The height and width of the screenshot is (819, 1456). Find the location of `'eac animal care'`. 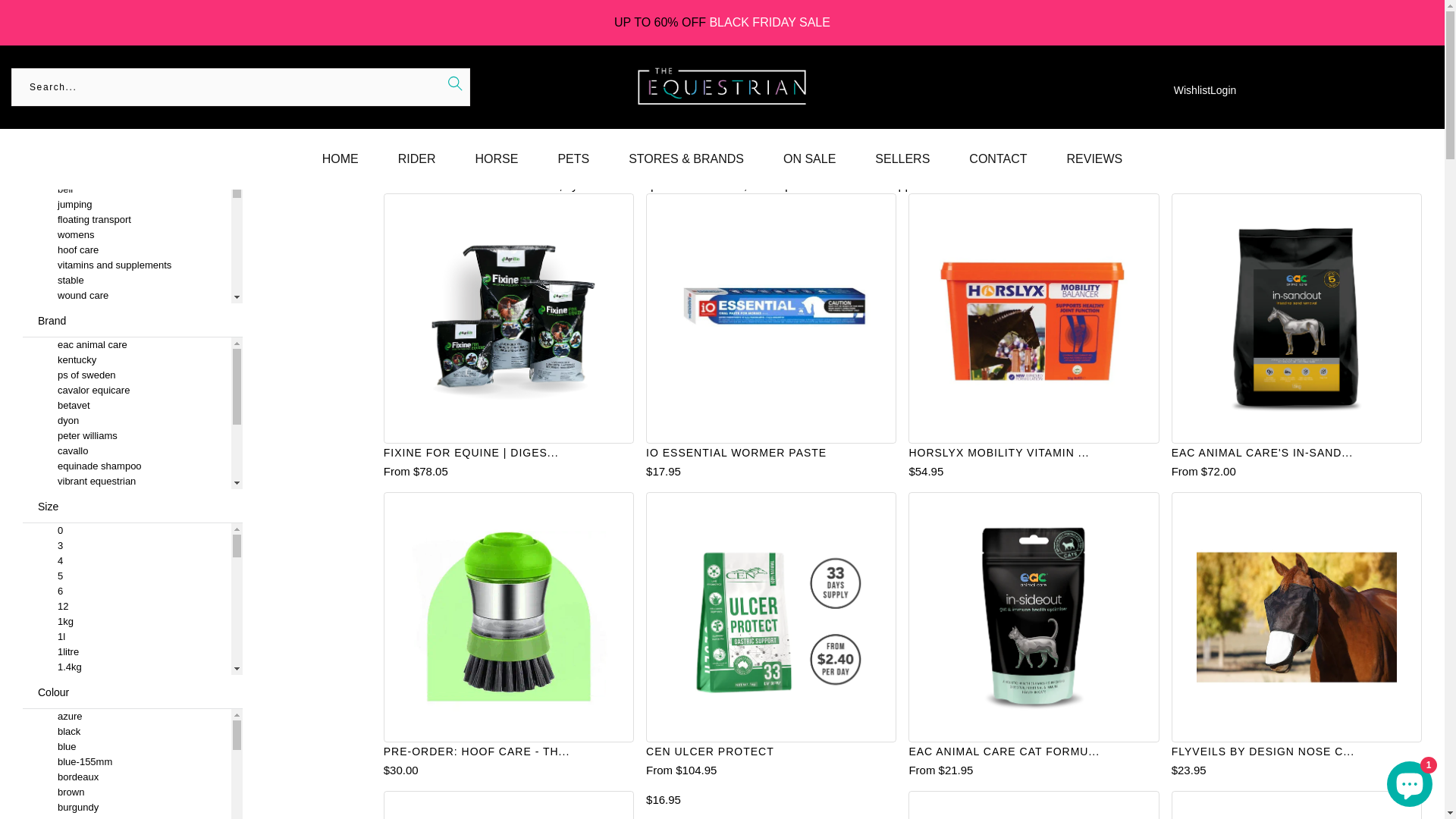

'eac animal care' is located at coordinates (127, 345).